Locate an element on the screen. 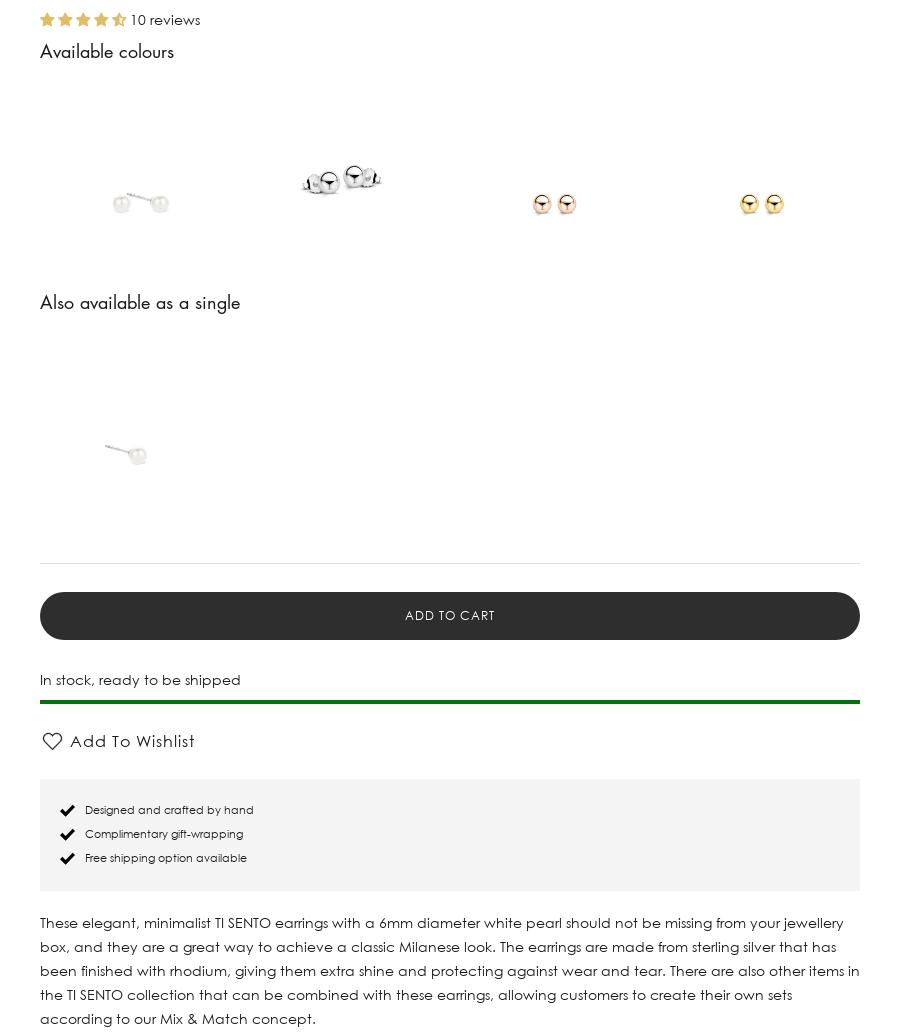 The width and height of the screenshot is (900, 1034). 'Add To Wishlist' is located at coordinates (132, 740).